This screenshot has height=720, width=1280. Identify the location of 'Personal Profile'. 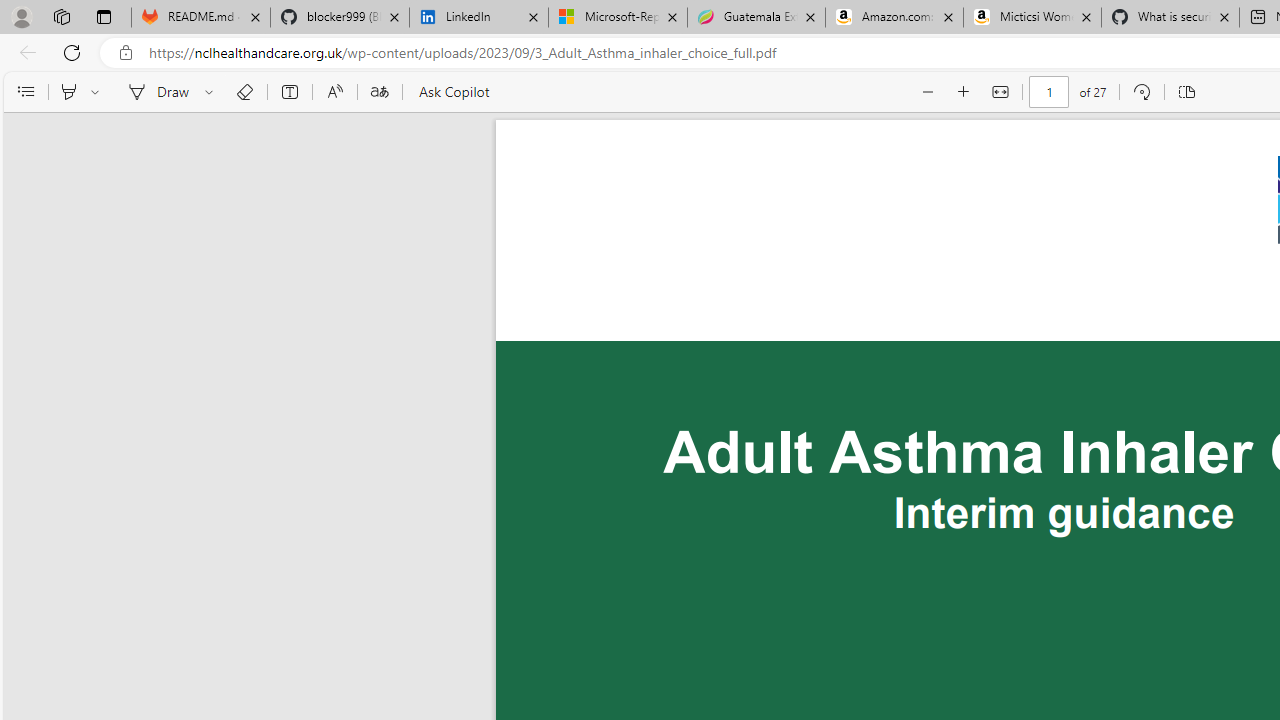
(21, 16).